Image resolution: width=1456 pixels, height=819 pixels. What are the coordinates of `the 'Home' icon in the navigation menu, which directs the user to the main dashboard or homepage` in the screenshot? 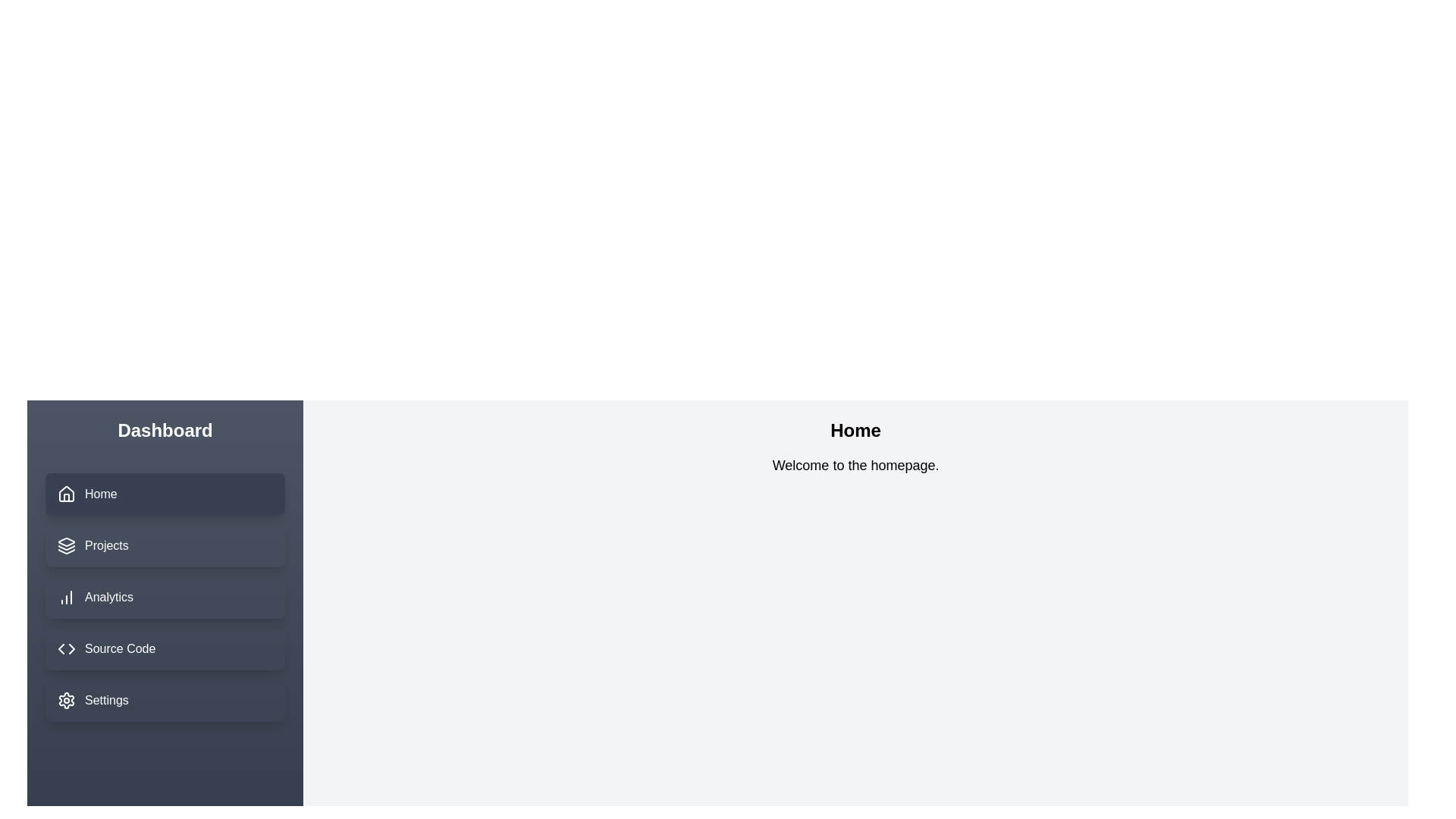 It's located at (65, 494).